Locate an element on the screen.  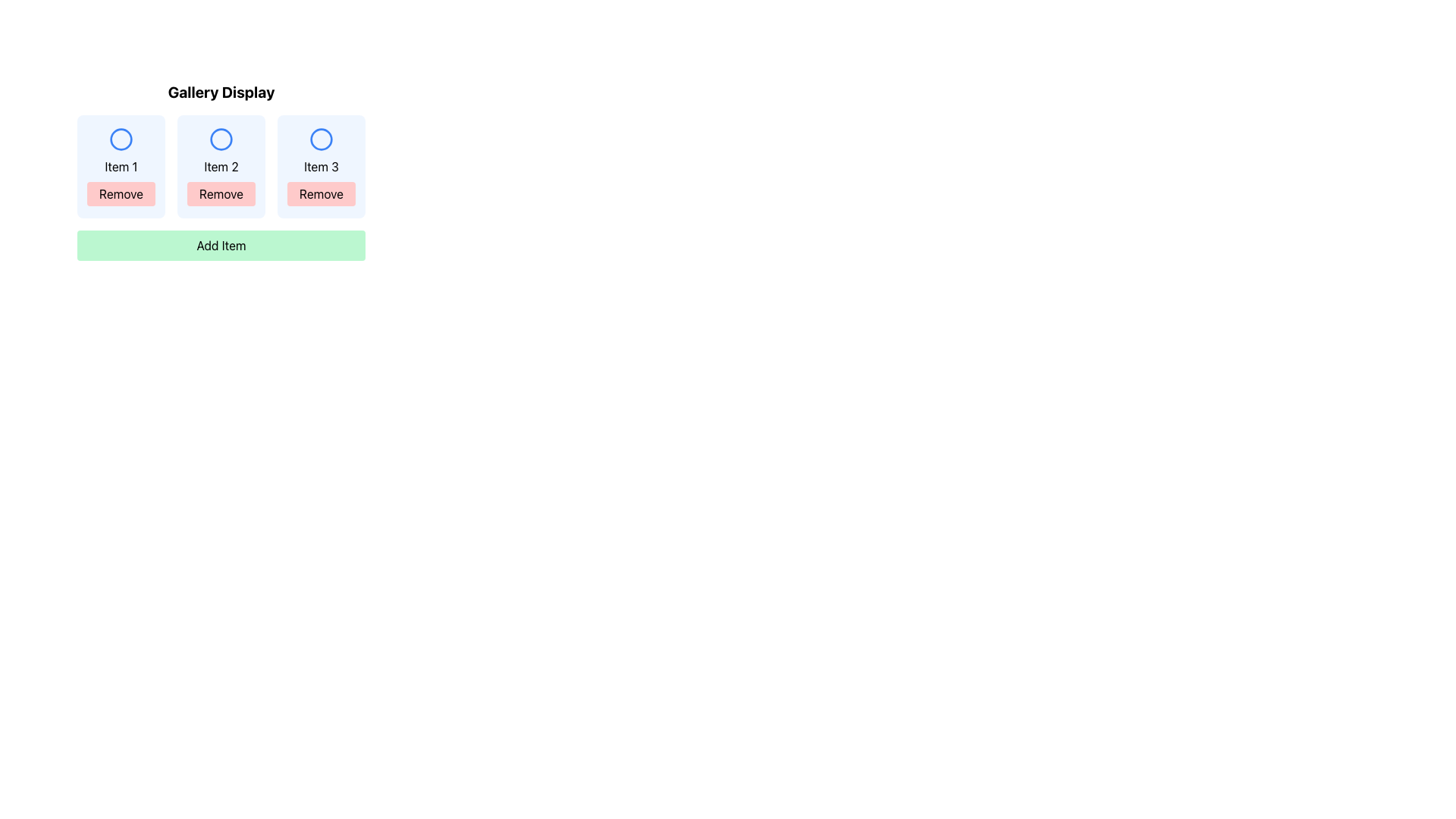
the text label displaying 'Item 3', which is located beneath a circular icon and above a button labeled 'Remove' in the third column of a card-like layout is located at coordinates (320, 166).